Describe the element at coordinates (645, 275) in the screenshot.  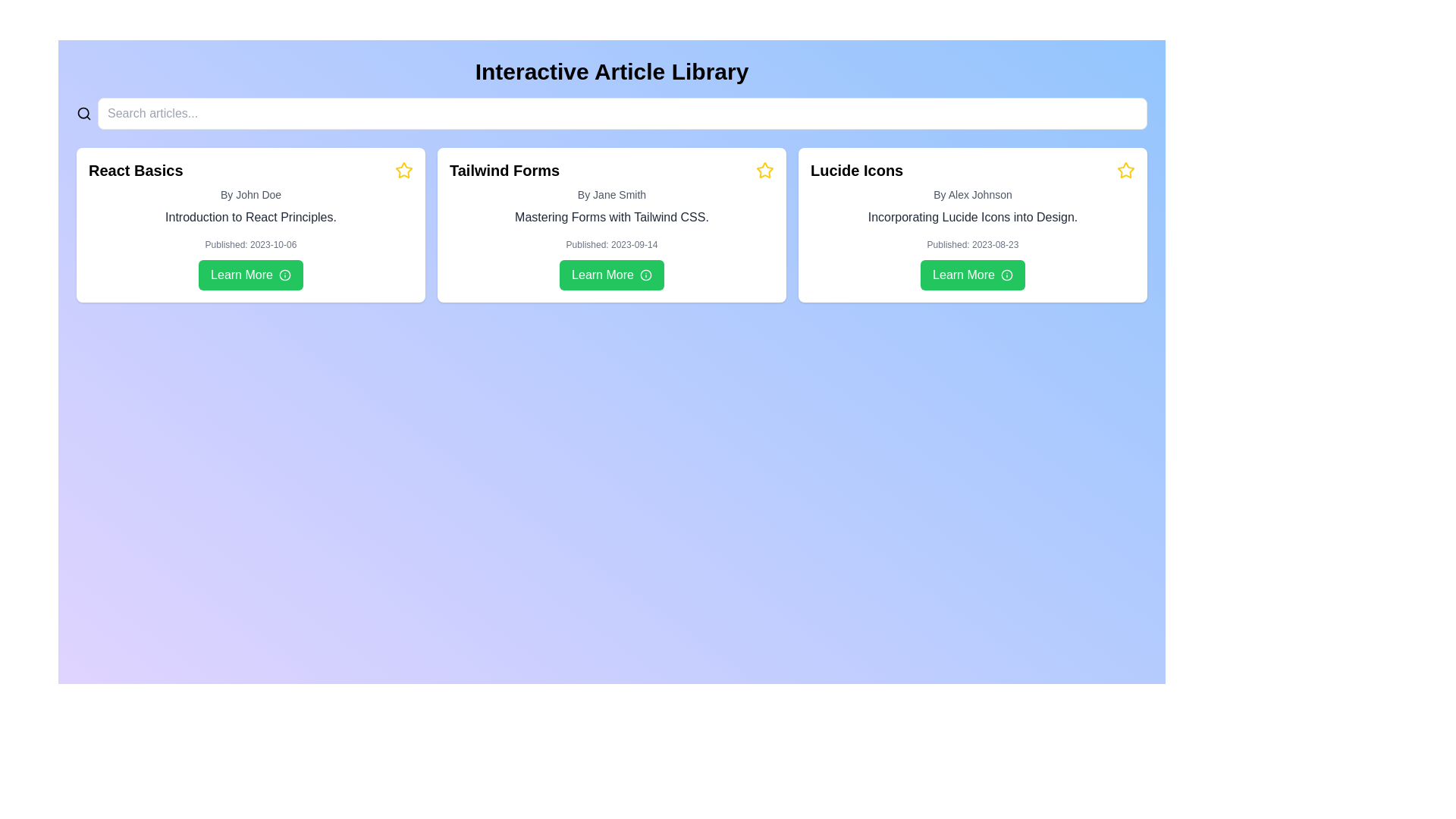
I see `the information icon located at the right end of the 'Learn More' button in the 'Tailwind Forms' section` at that location.